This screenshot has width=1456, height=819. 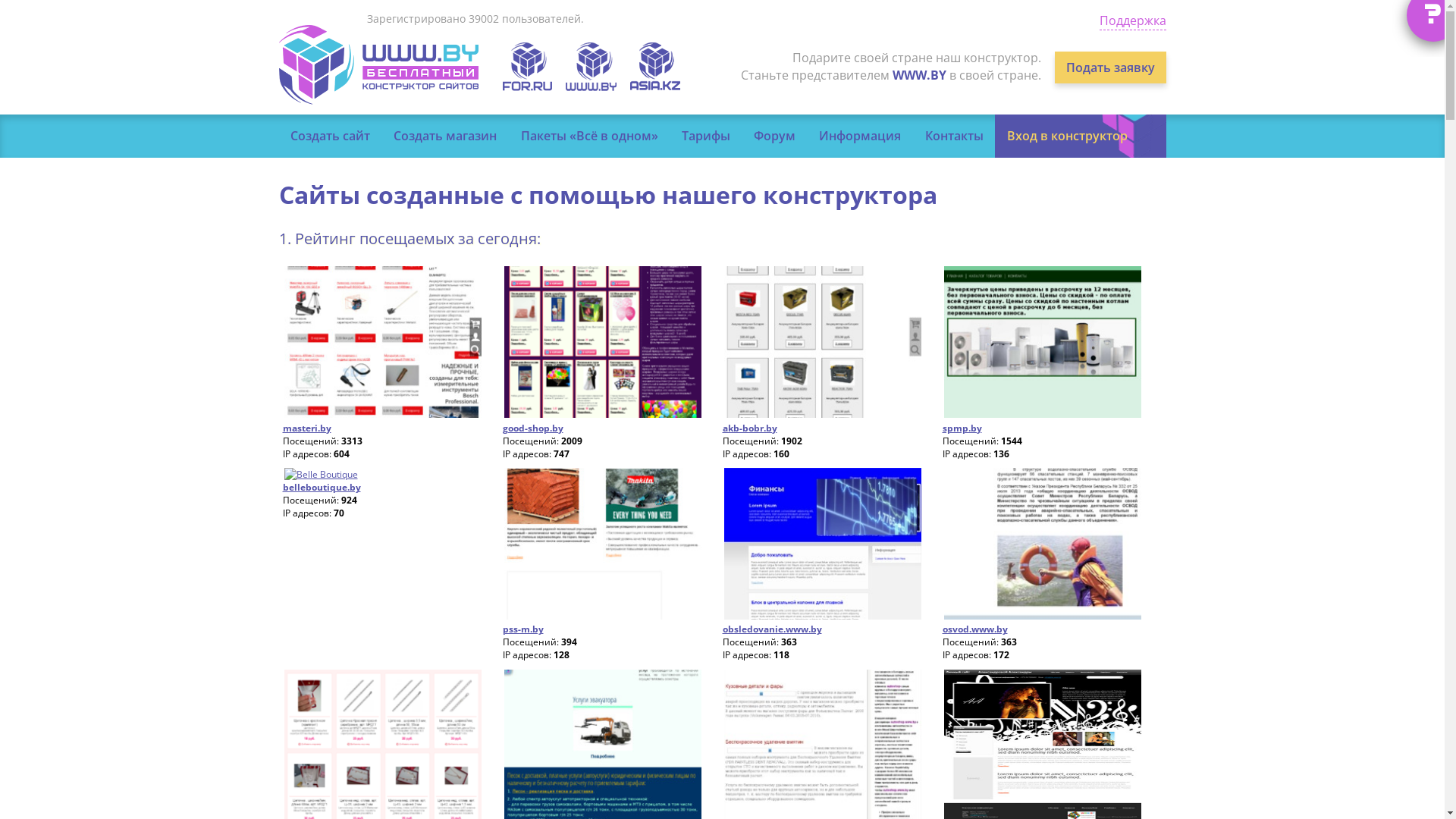 I want to click on 'Belle Boutique', so click(x=282, y=473).